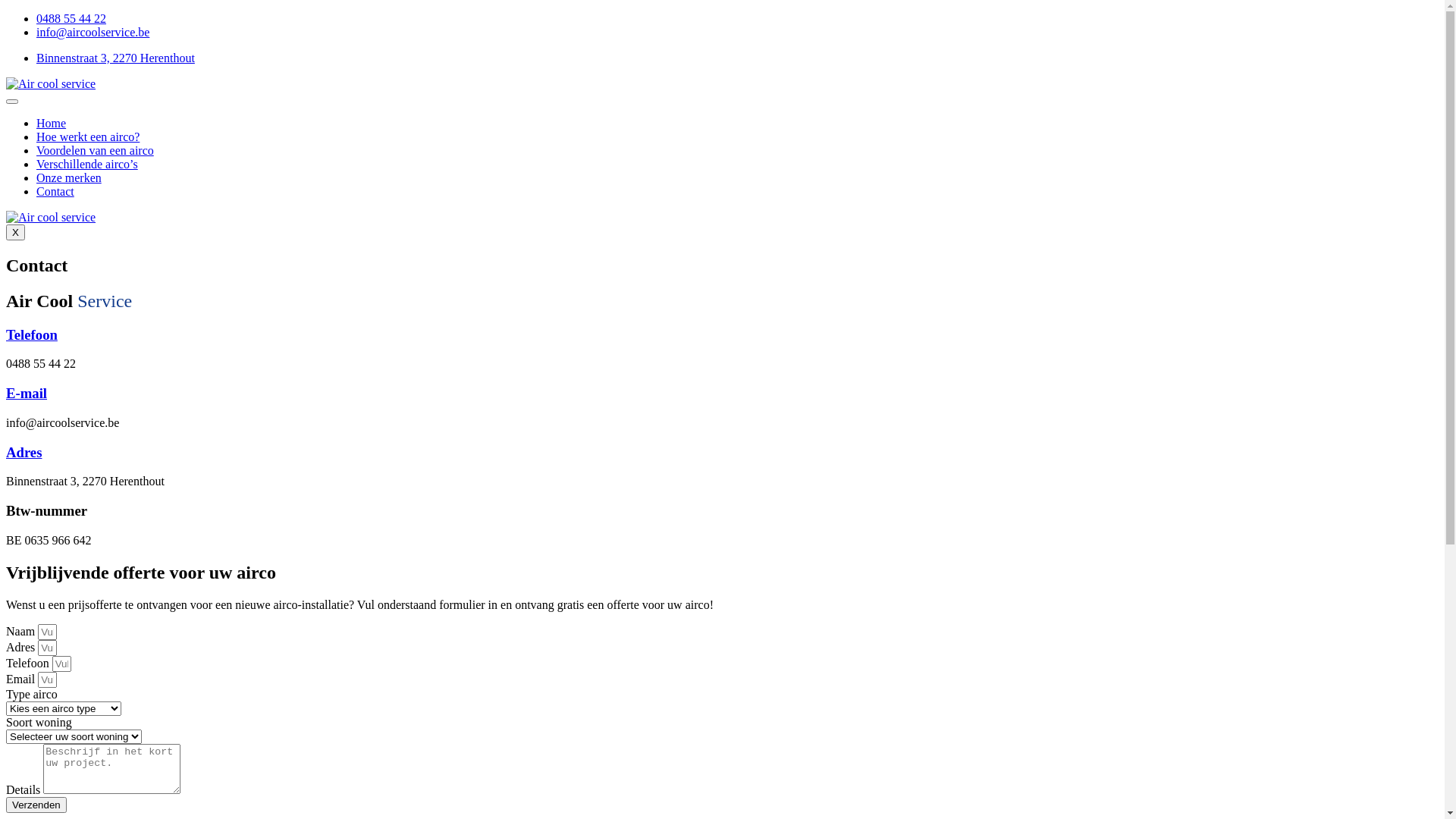  I want to click on 'Contact', so click(55, 190).